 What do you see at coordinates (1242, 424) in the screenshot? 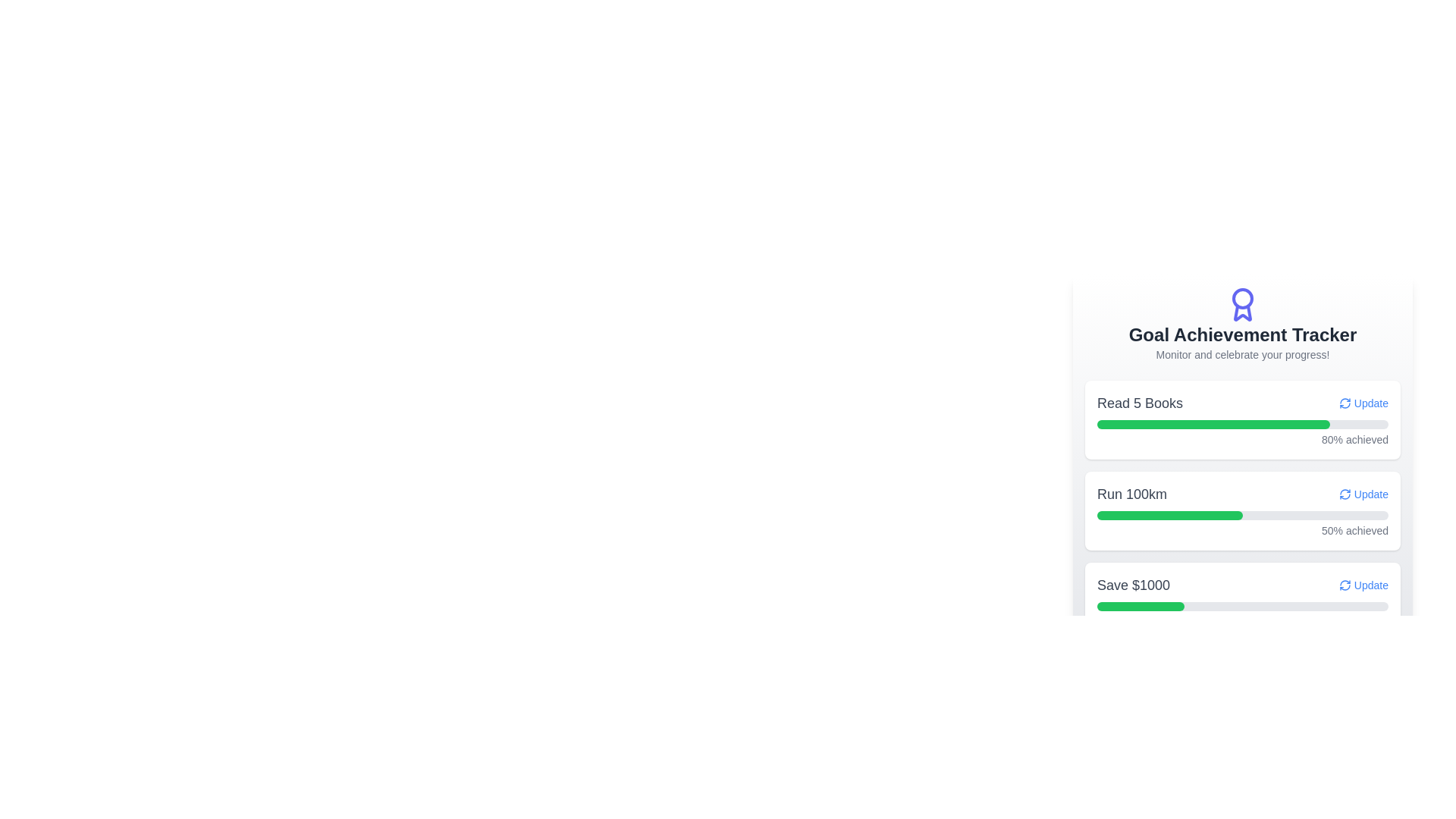
I see `the progress bar indicating 80% completion within the 'Read 5 Books Update 80% achieved' card` at bounding box center [1242, 424].